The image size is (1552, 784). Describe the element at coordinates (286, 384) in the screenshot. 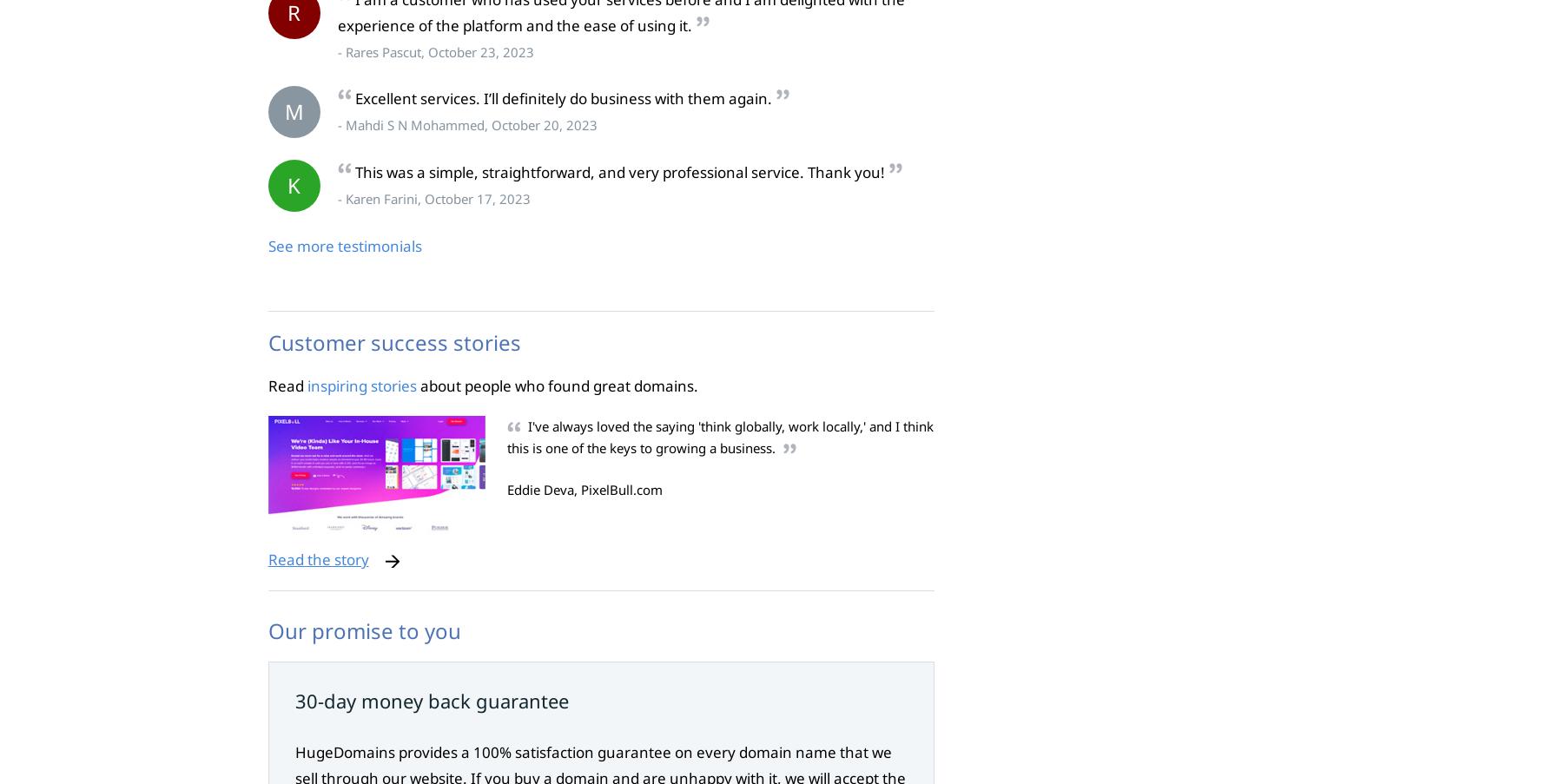

I see `'Read'` at that location.